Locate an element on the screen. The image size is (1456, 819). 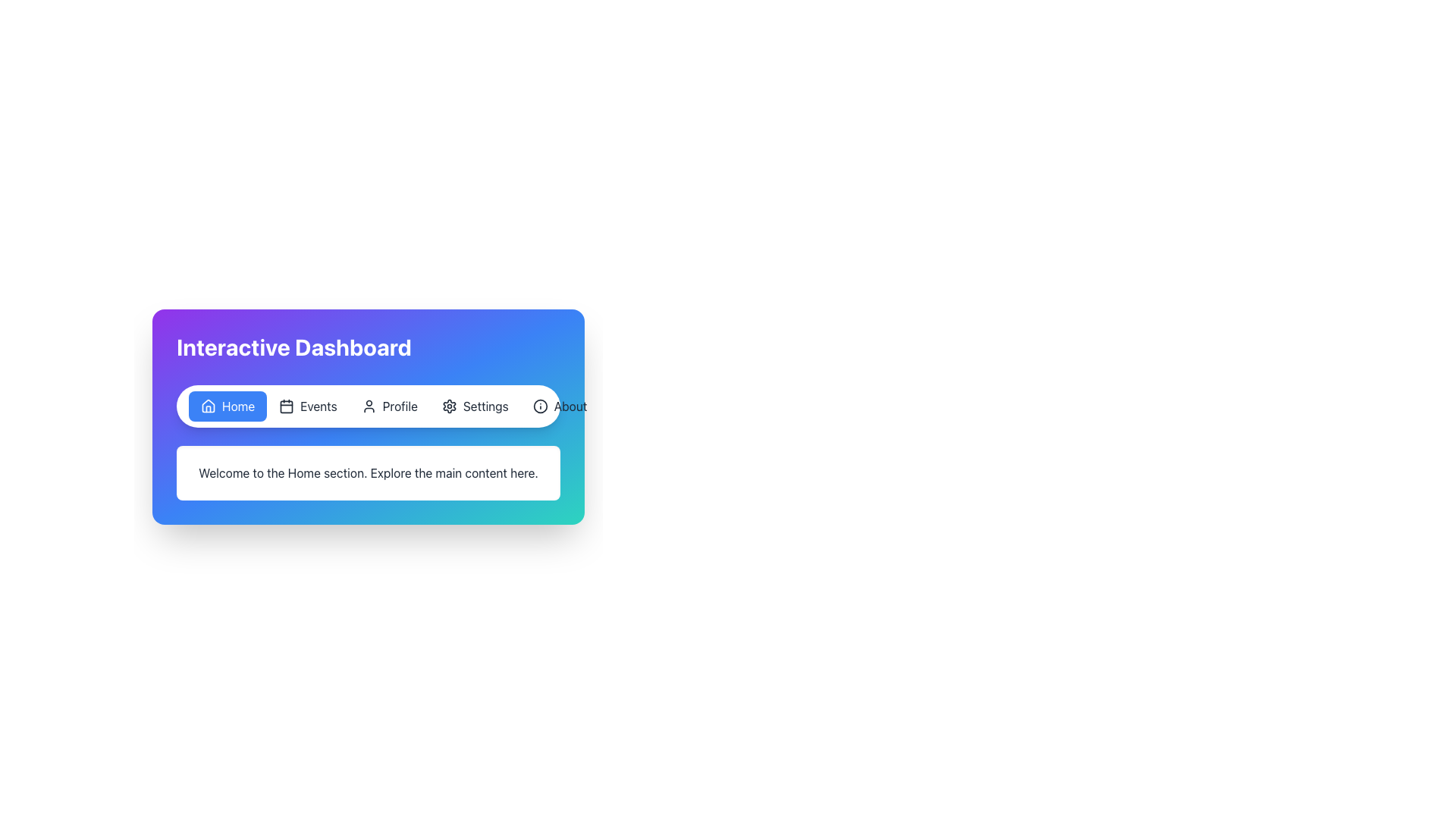
the 'Home' text label, which is styled in white font and part of a blue button in the navigation bar, located to the right of a house icon is located at coordinates (237, 406).